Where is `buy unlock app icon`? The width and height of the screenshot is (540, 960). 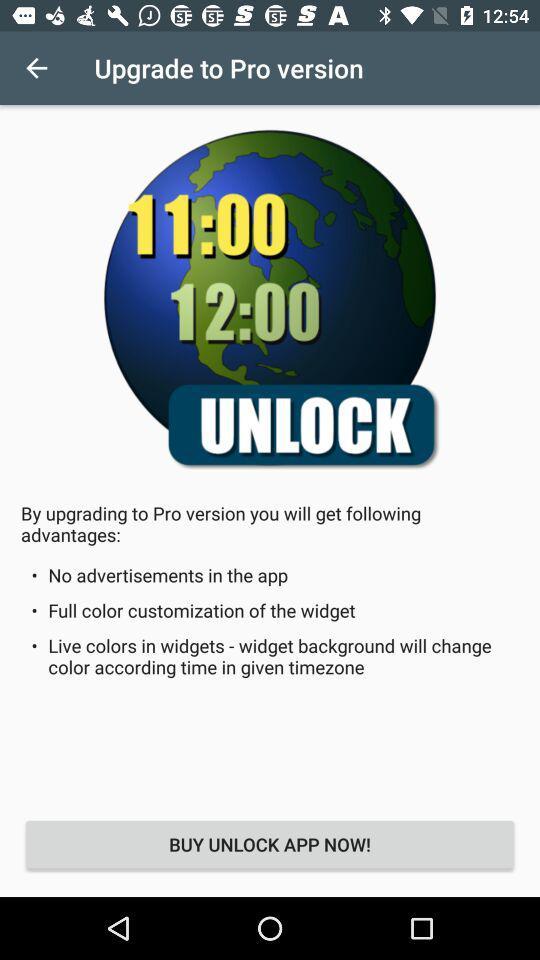
buy unlock app icon is located at coordinates (270, 843).